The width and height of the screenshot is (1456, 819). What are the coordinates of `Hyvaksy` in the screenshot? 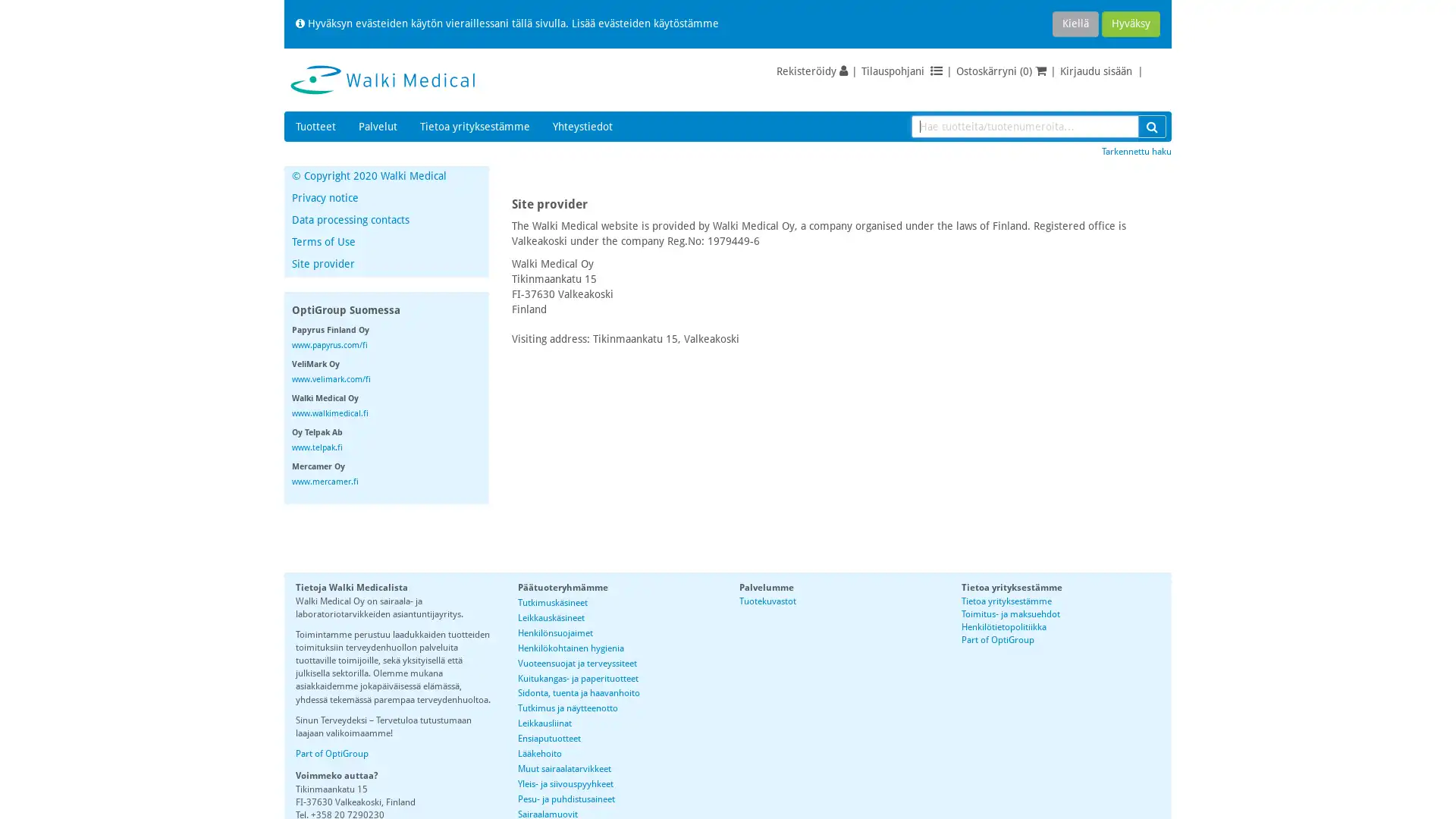 It's located at (1131, 24).